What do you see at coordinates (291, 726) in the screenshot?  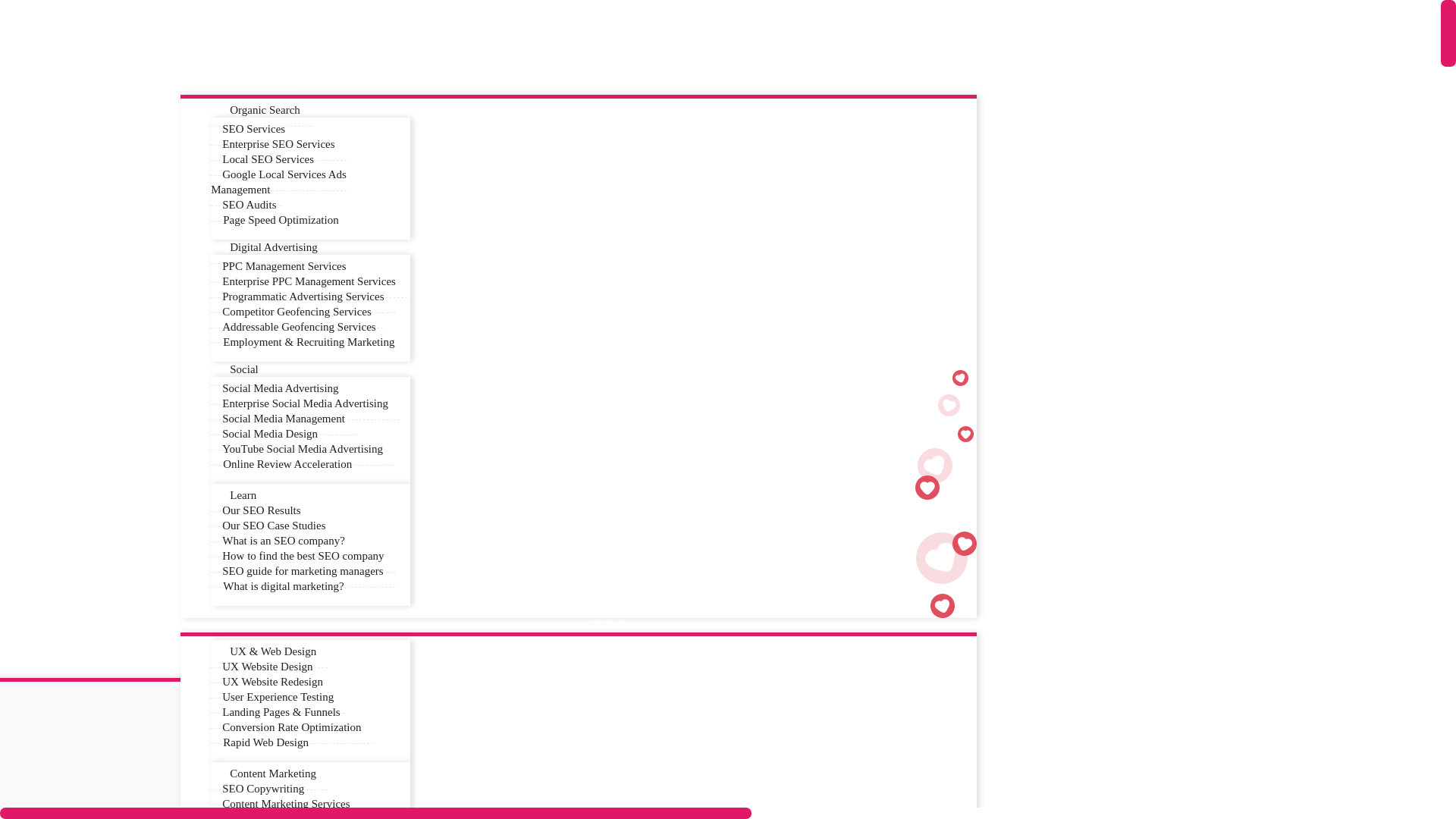 I see `'Conversion Rate Optimization'` at bounding box center [291, 726].